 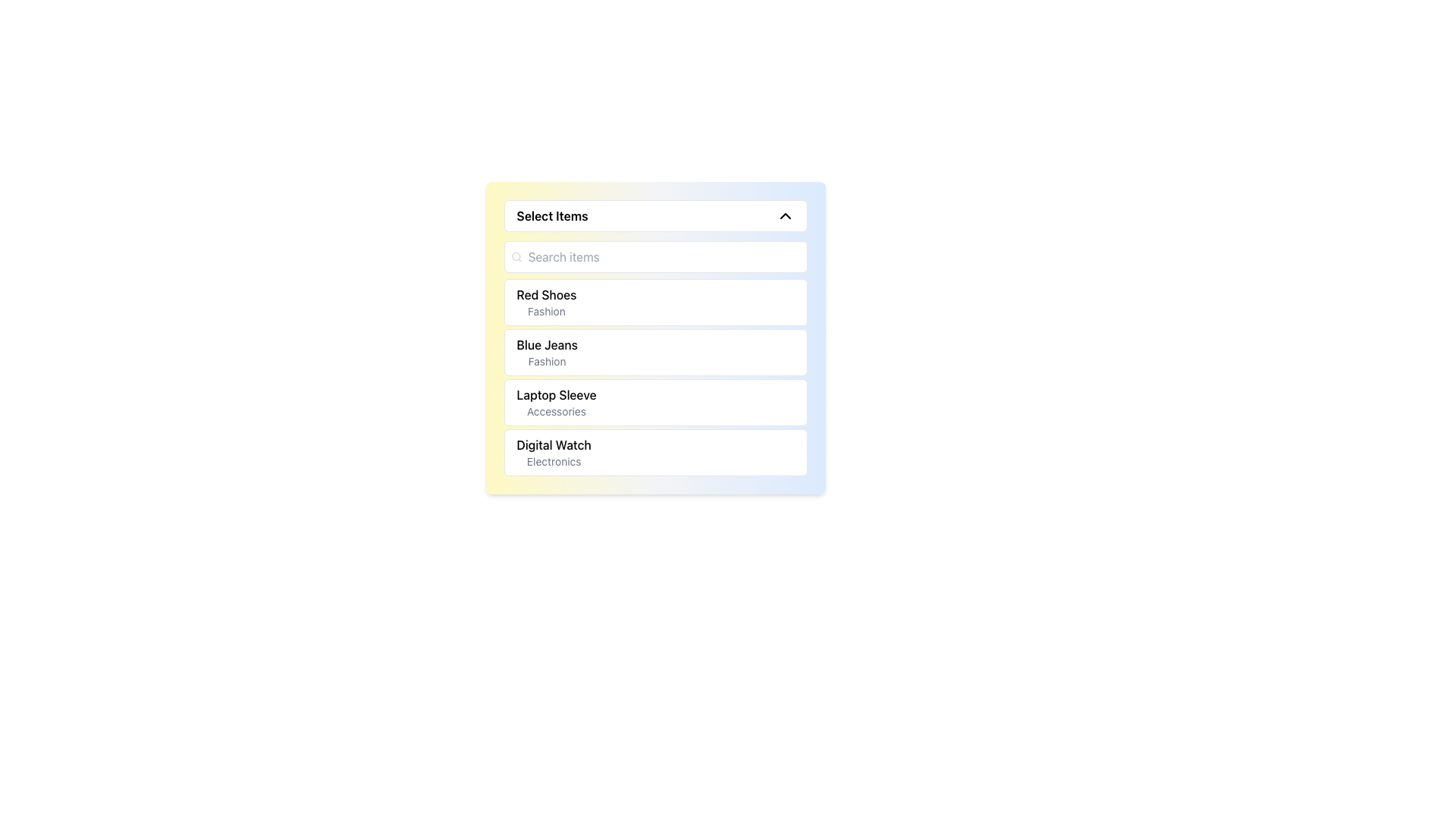 I want to click on the third list item in the dropdown menu, so click(x=655, y=402).